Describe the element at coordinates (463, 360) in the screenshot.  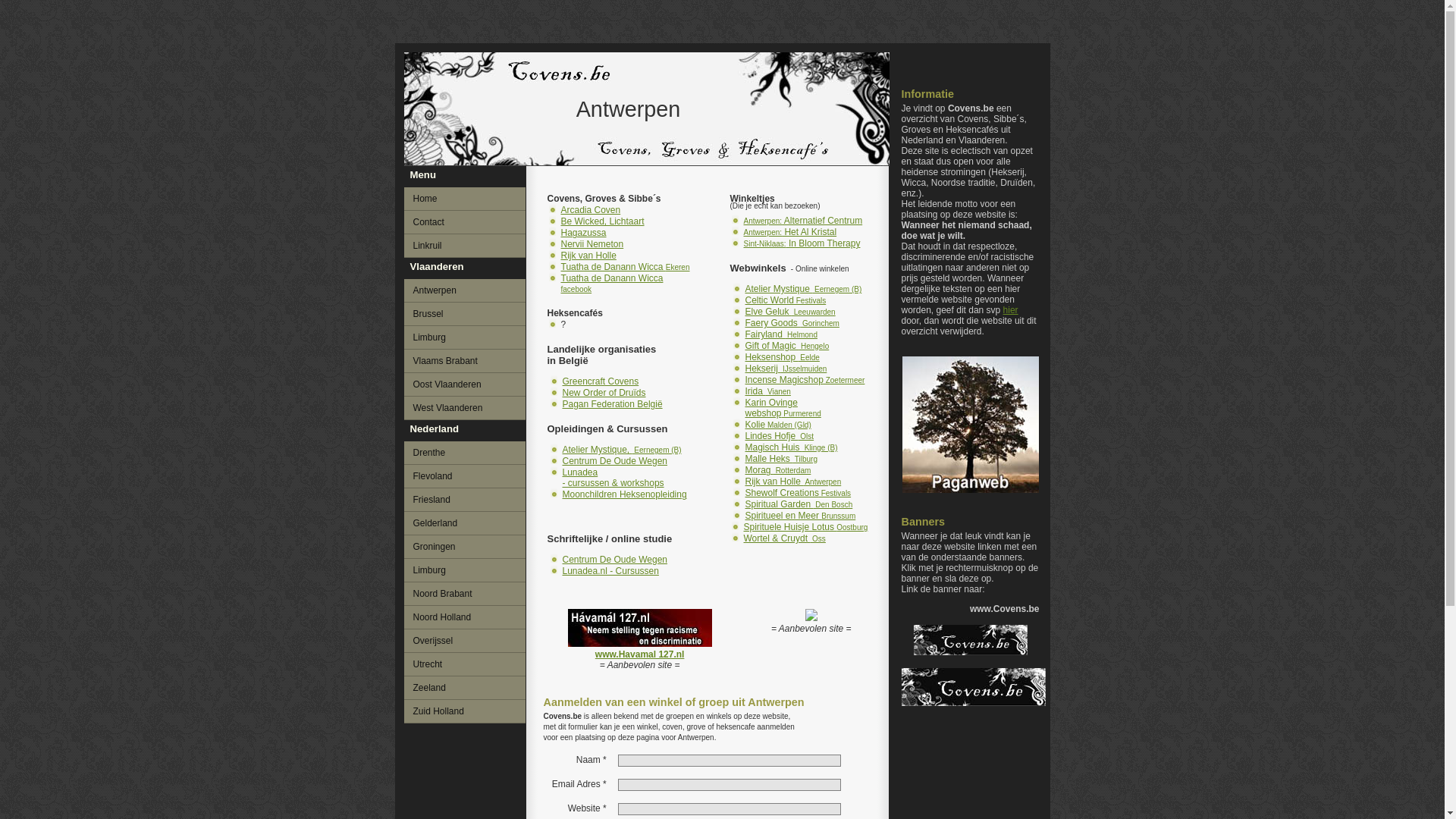
I see `'Vlaams Brabant'` at that location.